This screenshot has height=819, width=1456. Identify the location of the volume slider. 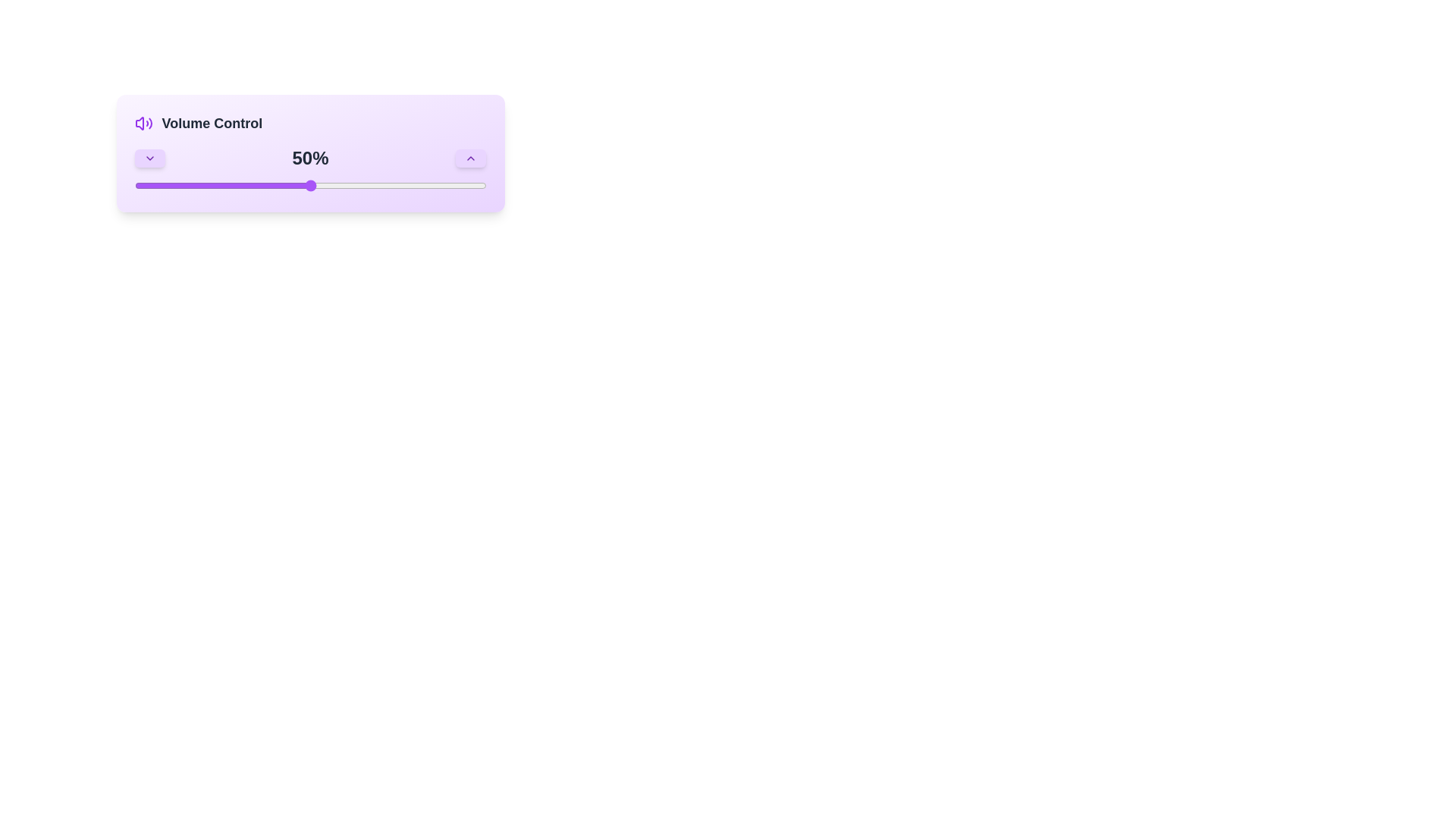
(145, 185).